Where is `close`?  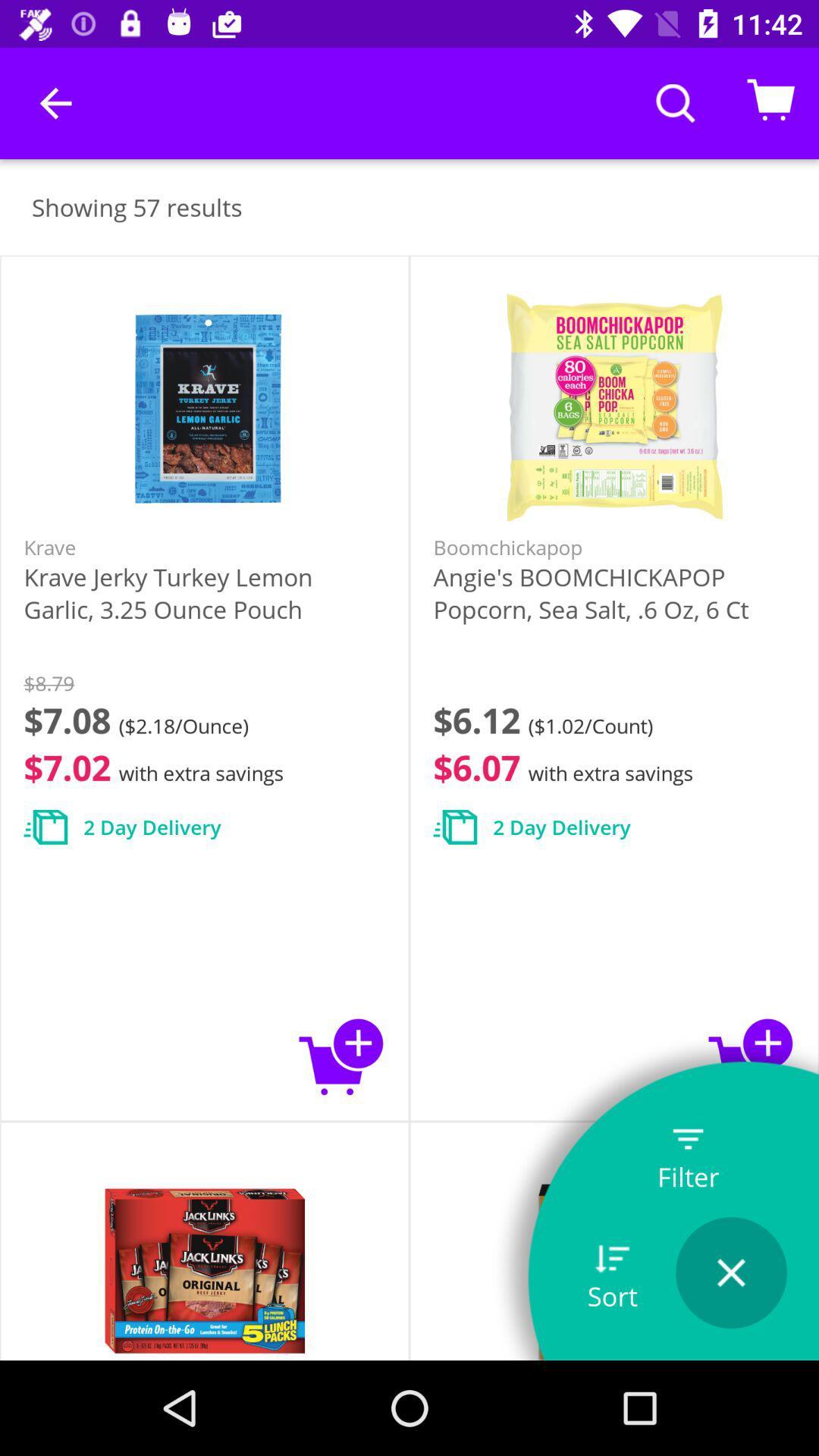
close is located at coordinates (730, 1272).